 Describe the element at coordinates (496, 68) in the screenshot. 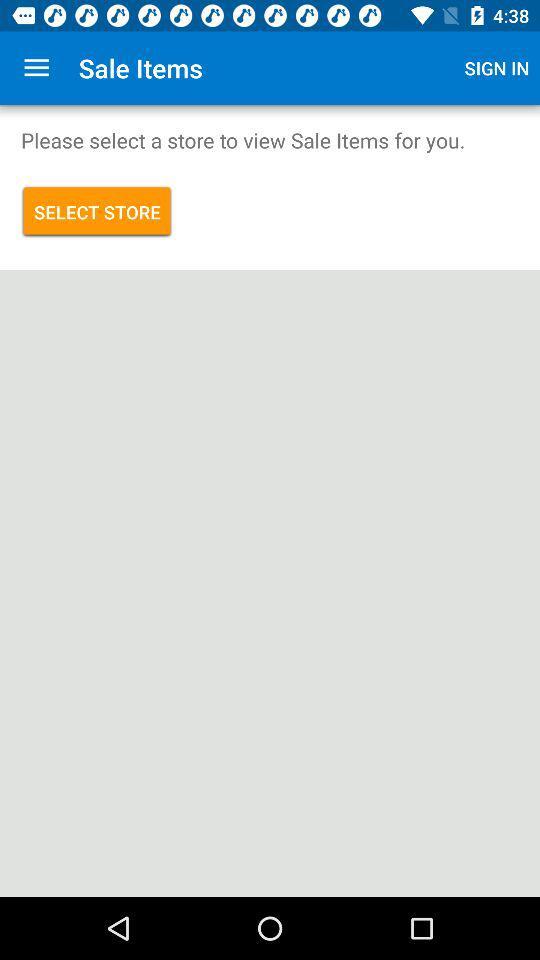

I see `the app to the right of sale items icon` at that location.